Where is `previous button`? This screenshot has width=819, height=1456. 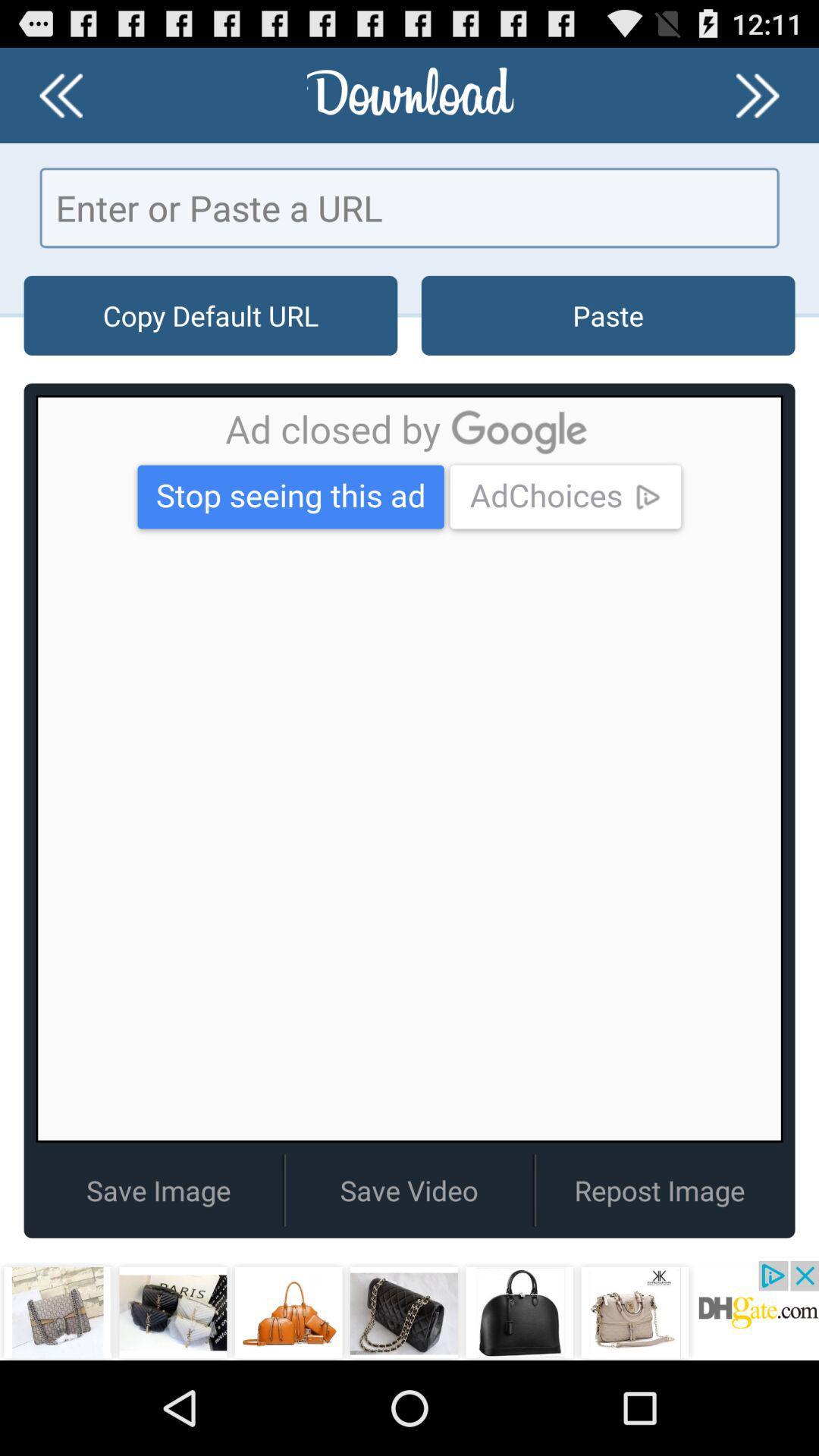
previous button is located at coordinates (60, 94).